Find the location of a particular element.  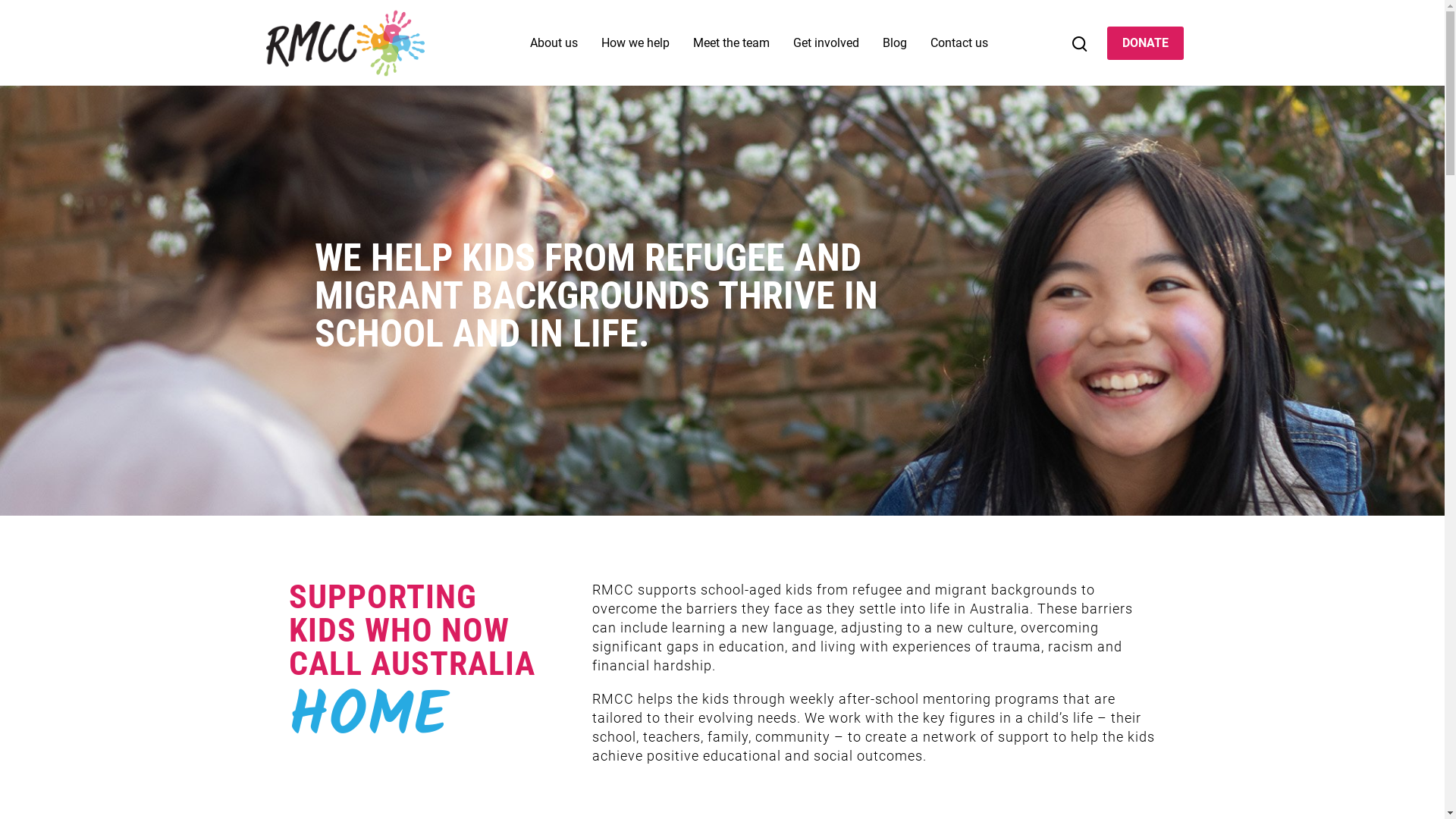

'Get involved' is located at coordinates (825, 49).